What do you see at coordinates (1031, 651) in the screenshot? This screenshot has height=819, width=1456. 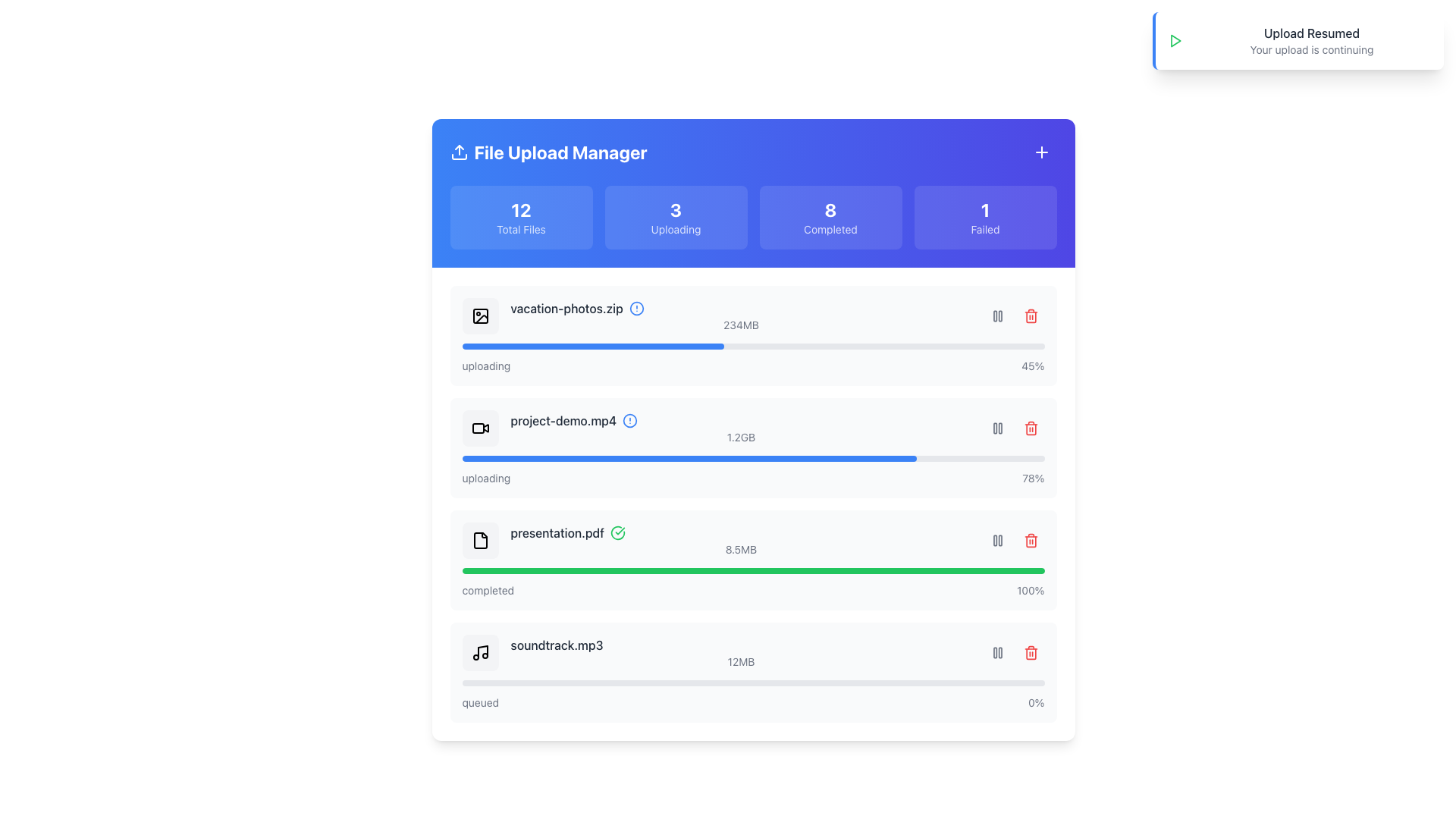 I see `the delete icon for the 'presentation.pdf' file` at bounding box center [1031, 651].